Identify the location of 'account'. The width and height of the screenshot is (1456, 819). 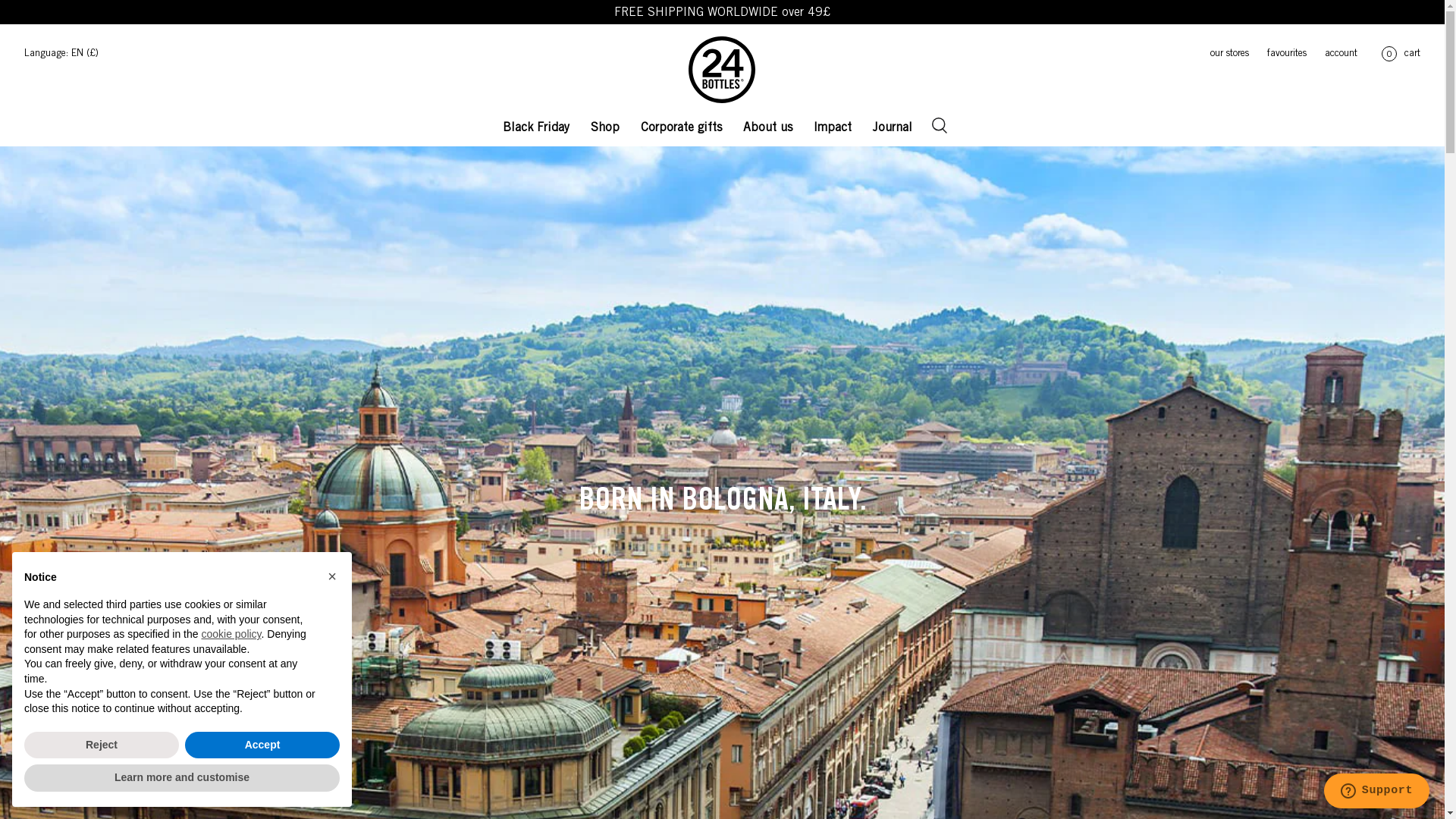
(1306, 54).